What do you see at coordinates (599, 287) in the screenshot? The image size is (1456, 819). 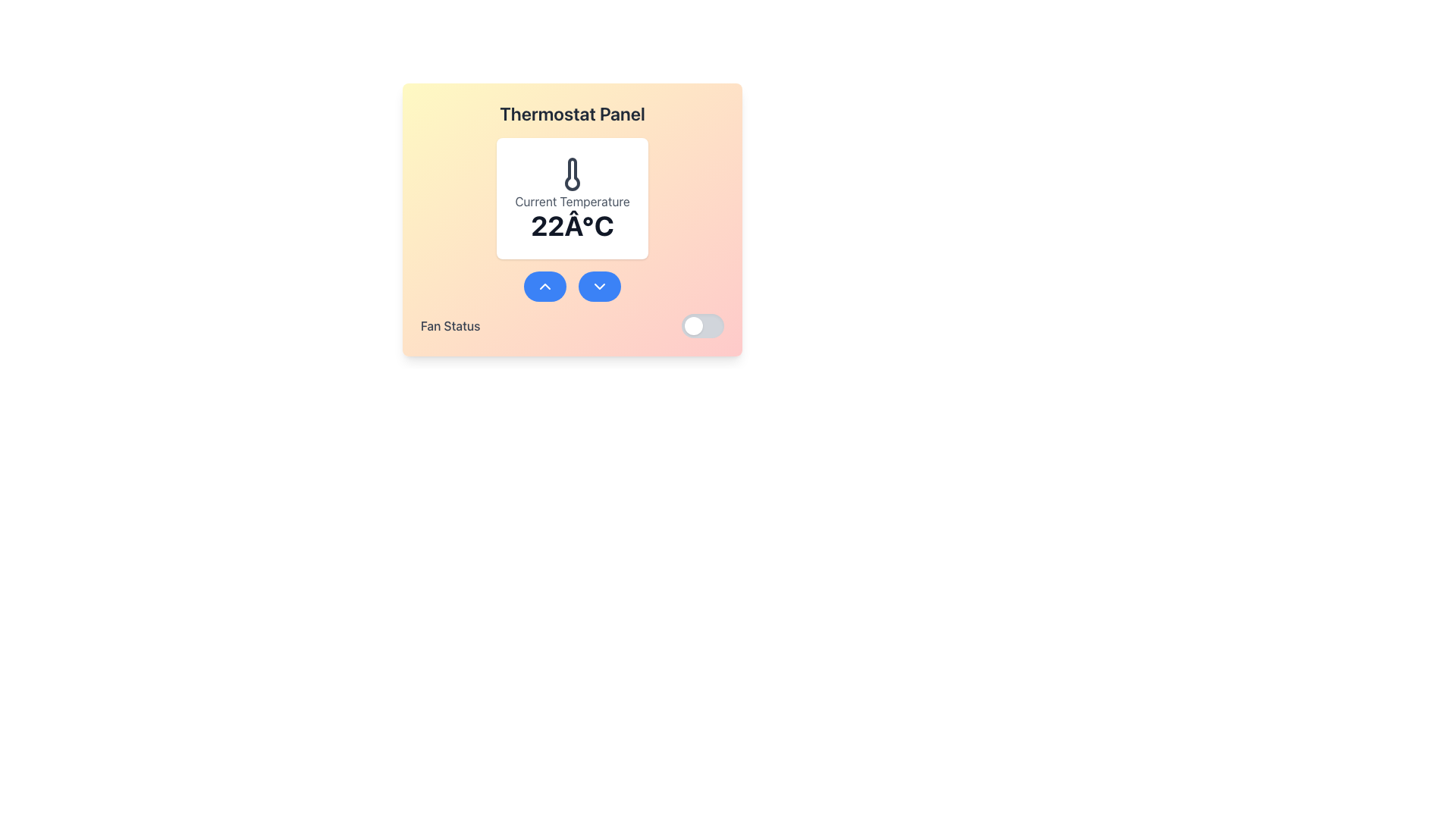 I see `the downward-pointing chevron icon inside the blue circular button at the bottom of the thermostat panel` at bounding box center [599, 287].